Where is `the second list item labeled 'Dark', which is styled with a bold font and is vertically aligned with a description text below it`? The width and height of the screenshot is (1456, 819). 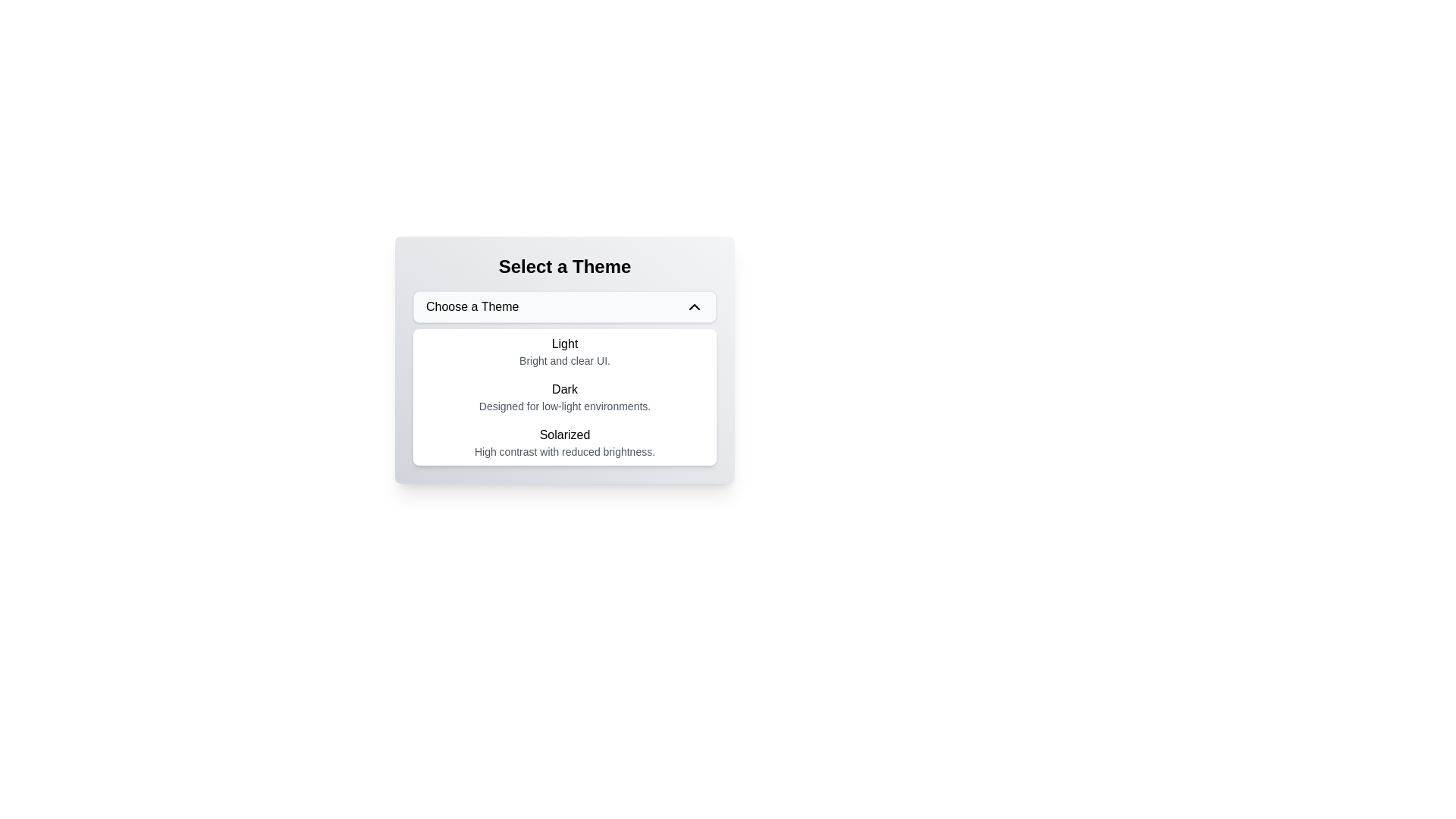
the second list item labeled 'Dark', which is styled with a bold font and is vertically aligned with a description text below it is located at coordinates (563, 397).